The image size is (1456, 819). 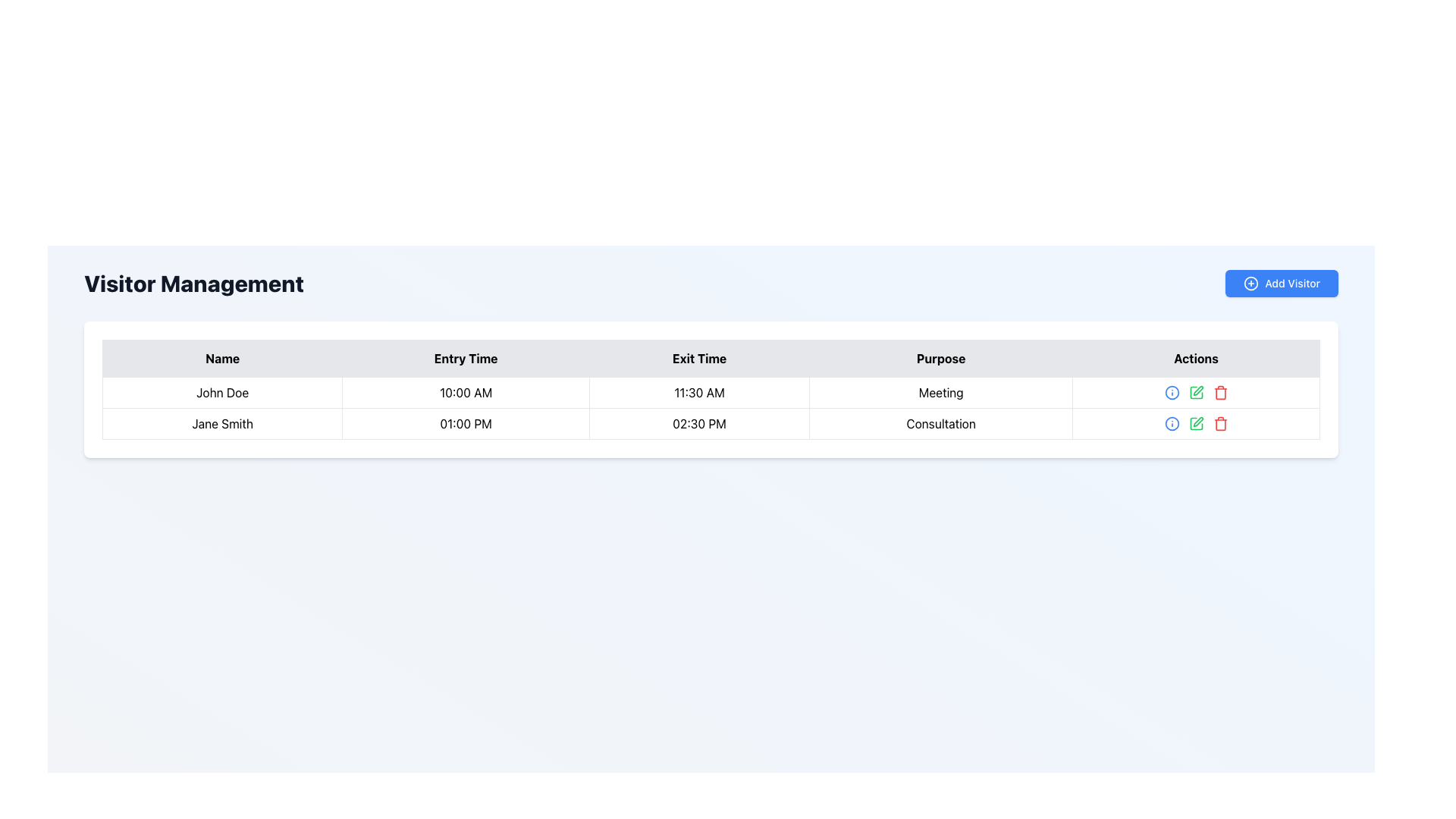 I want to click on information displayed in the Static text label that shows the exit time of a visitor, located in the second row of a table under the 'Exit Time' column, so click(x=698, y=424).